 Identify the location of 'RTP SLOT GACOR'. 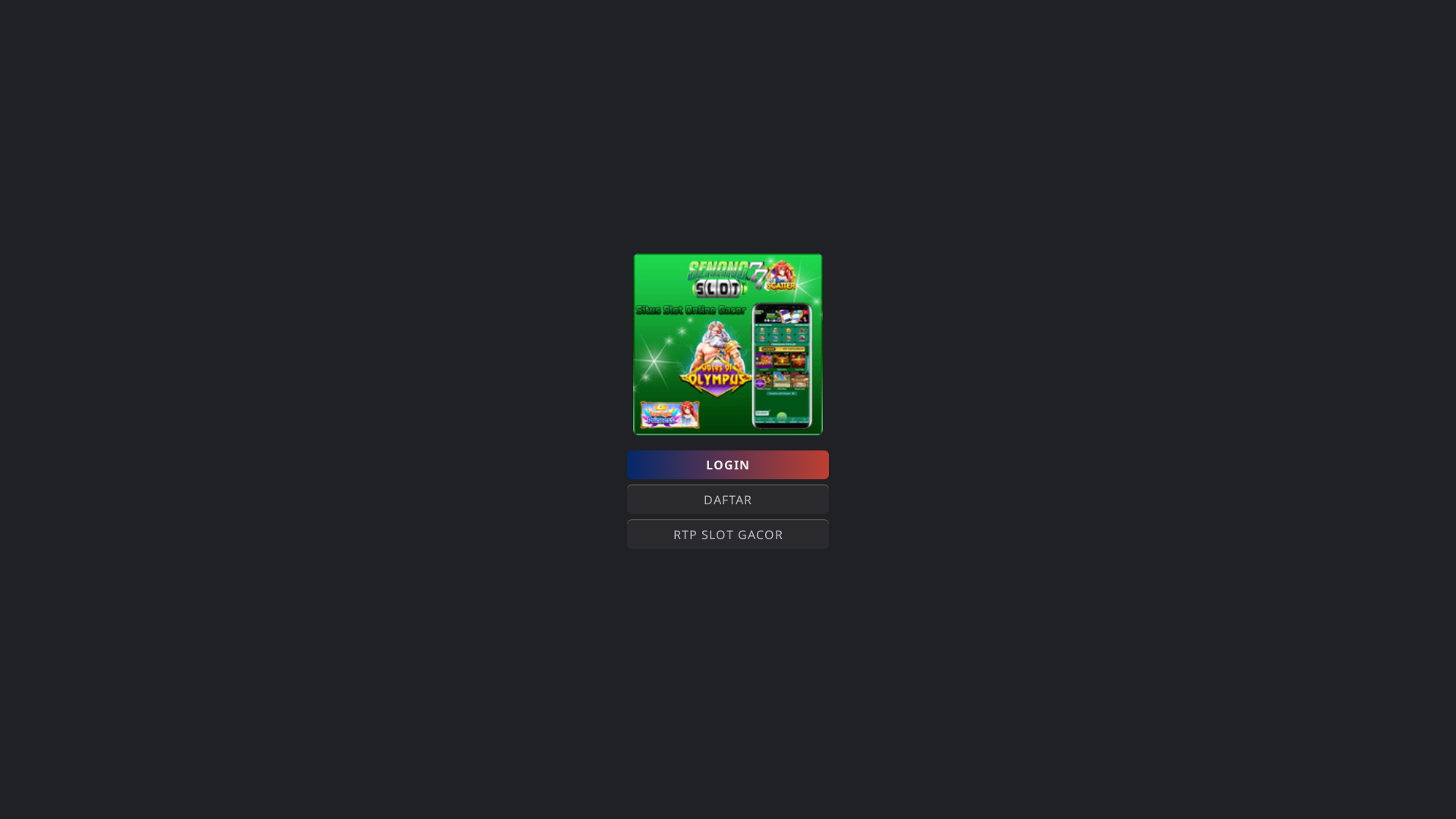
(728, 534).